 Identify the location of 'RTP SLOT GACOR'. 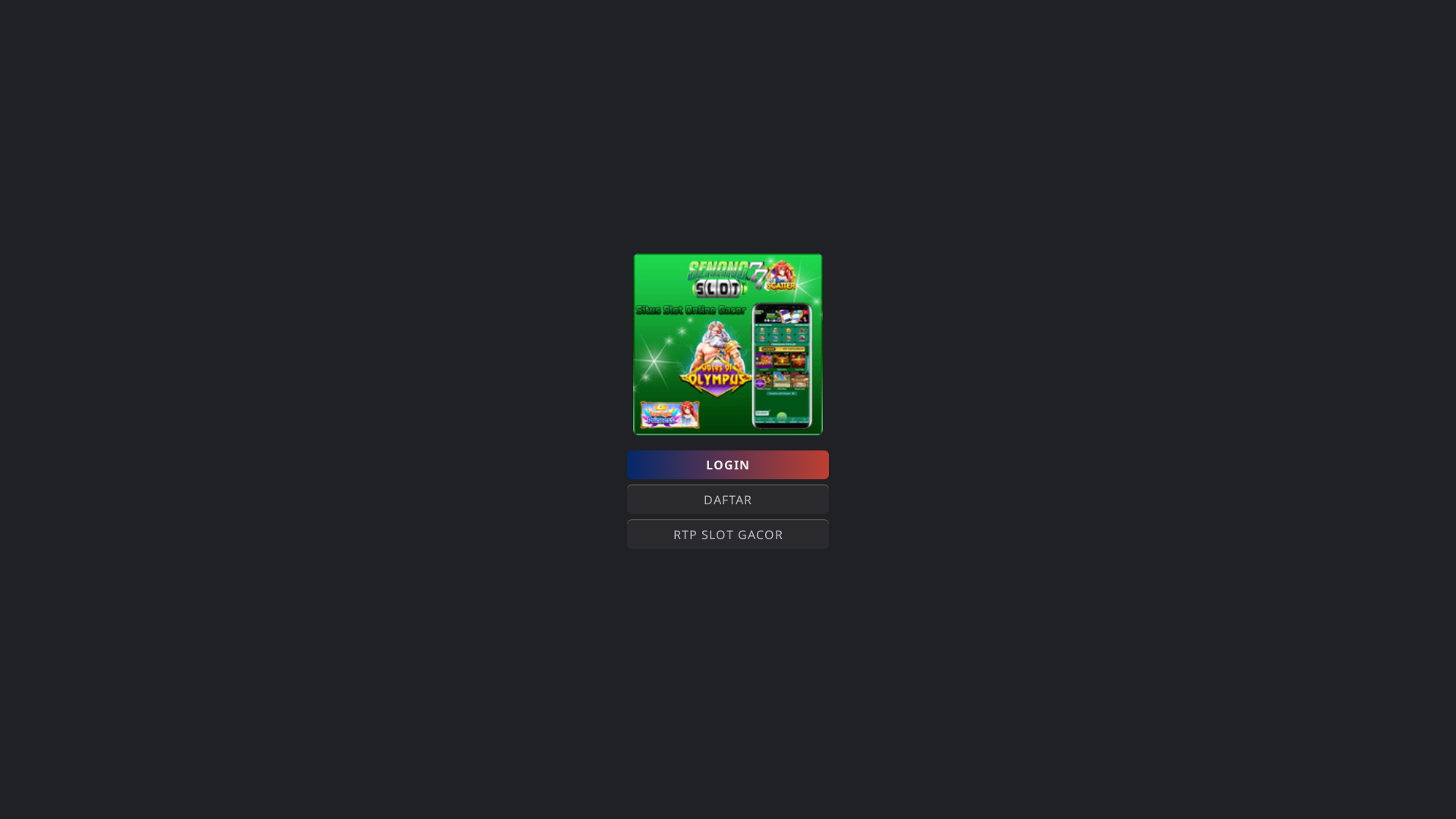
(728, 534).